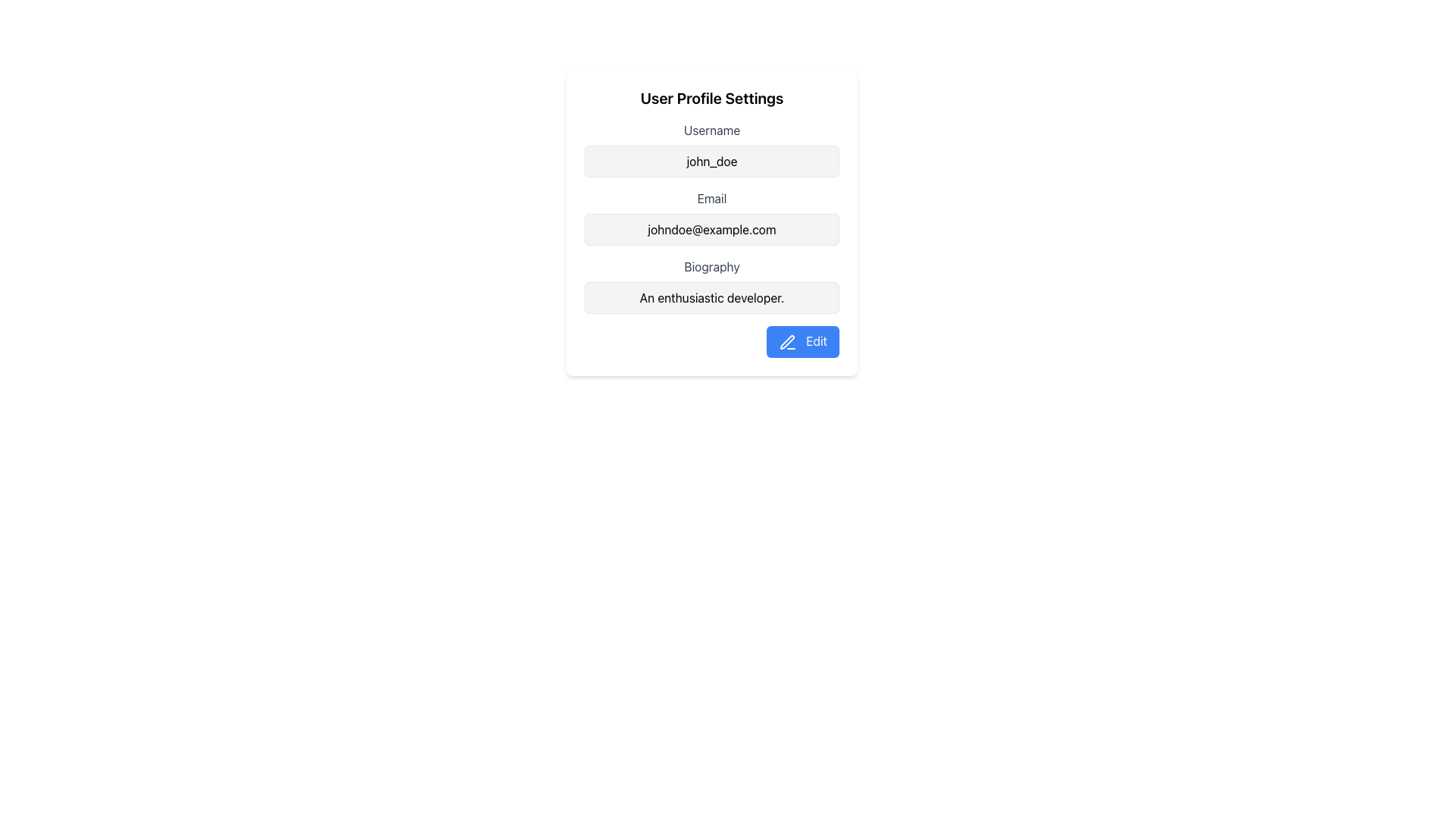 This screenshot has height=819, width=1456. Describe the element at coordinates (711, 161) in the screenshot. I see `the static text display box that shows the username, located below the 'Username' label in the User Profile Settings form` at that location.